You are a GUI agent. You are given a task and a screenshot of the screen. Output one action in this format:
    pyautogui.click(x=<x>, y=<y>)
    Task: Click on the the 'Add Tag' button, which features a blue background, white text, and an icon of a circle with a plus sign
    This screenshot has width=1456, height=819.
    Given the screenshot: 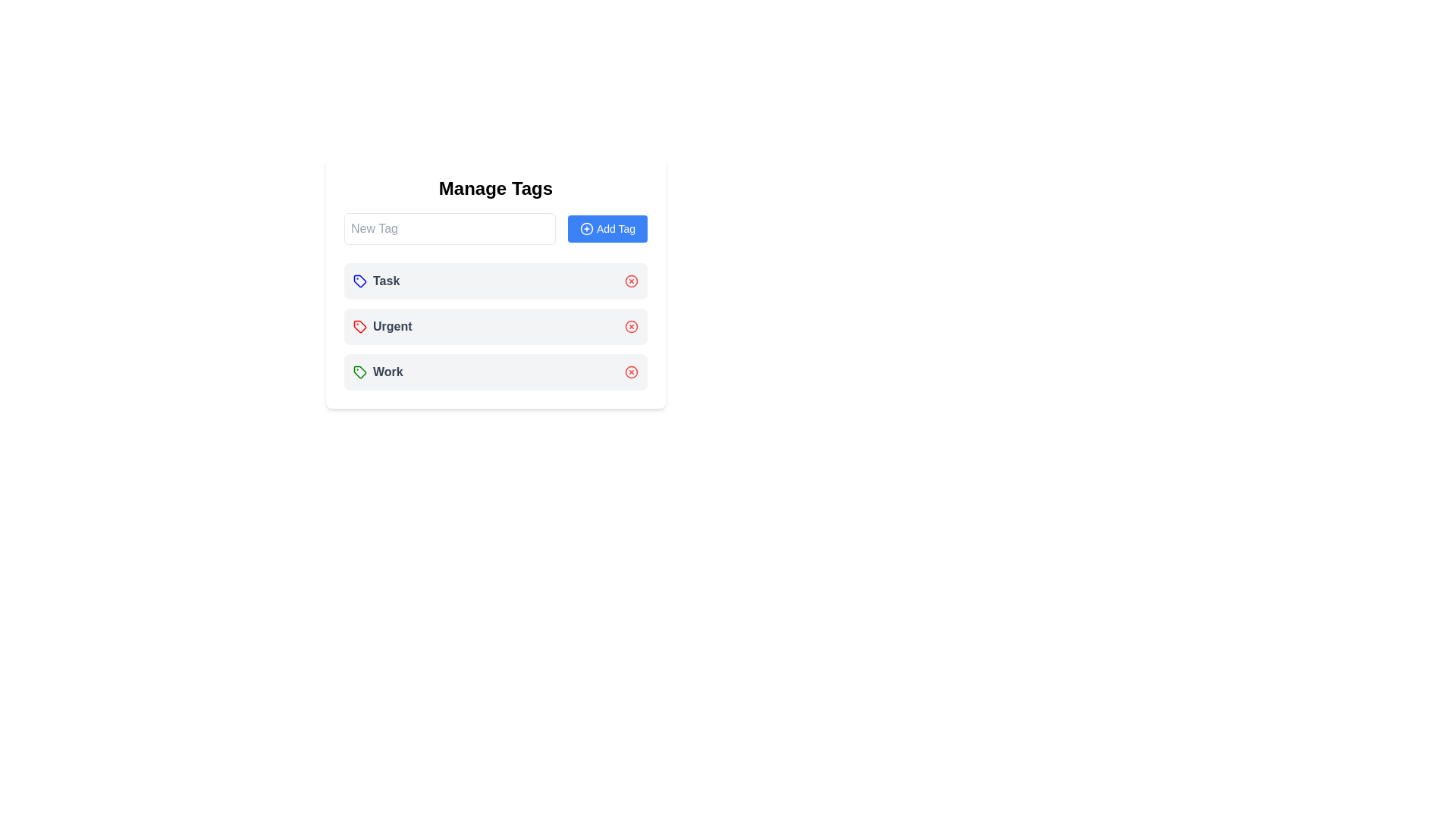 What is the action you would take?
    pyautogui.click(x=607, y=228)
    